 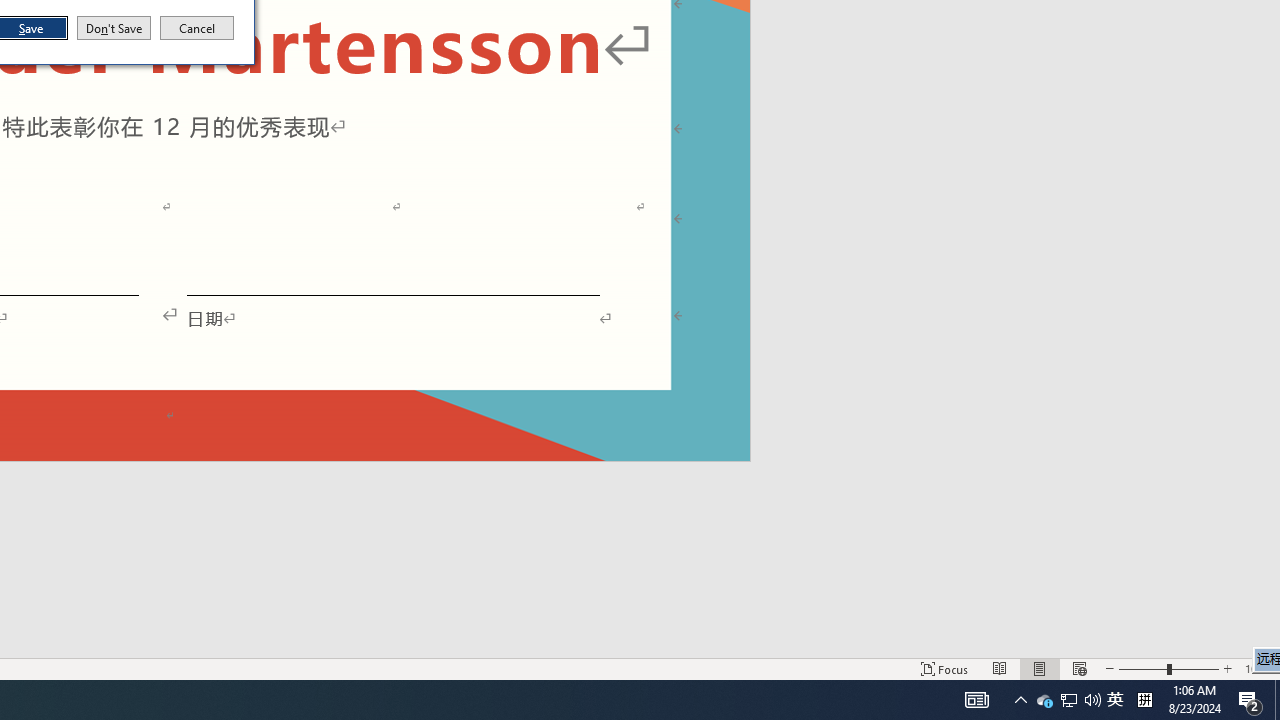 I want to click on 'Tray Input Indicator - Chinese (Simplified, China)', so click(x=1114, y=698).